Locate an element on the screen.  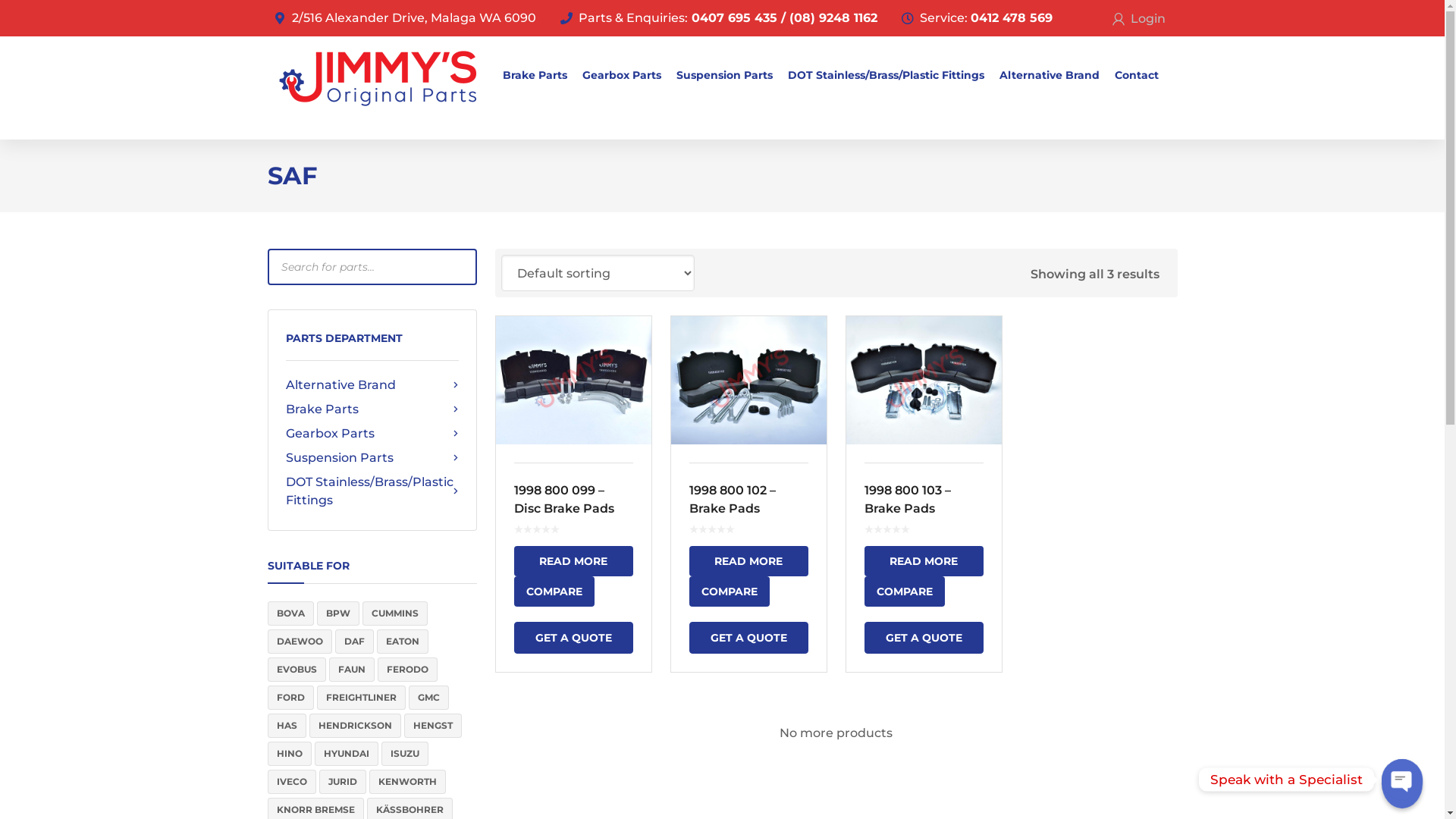
'Suspension Parts' is located at coordinates (371, 457).